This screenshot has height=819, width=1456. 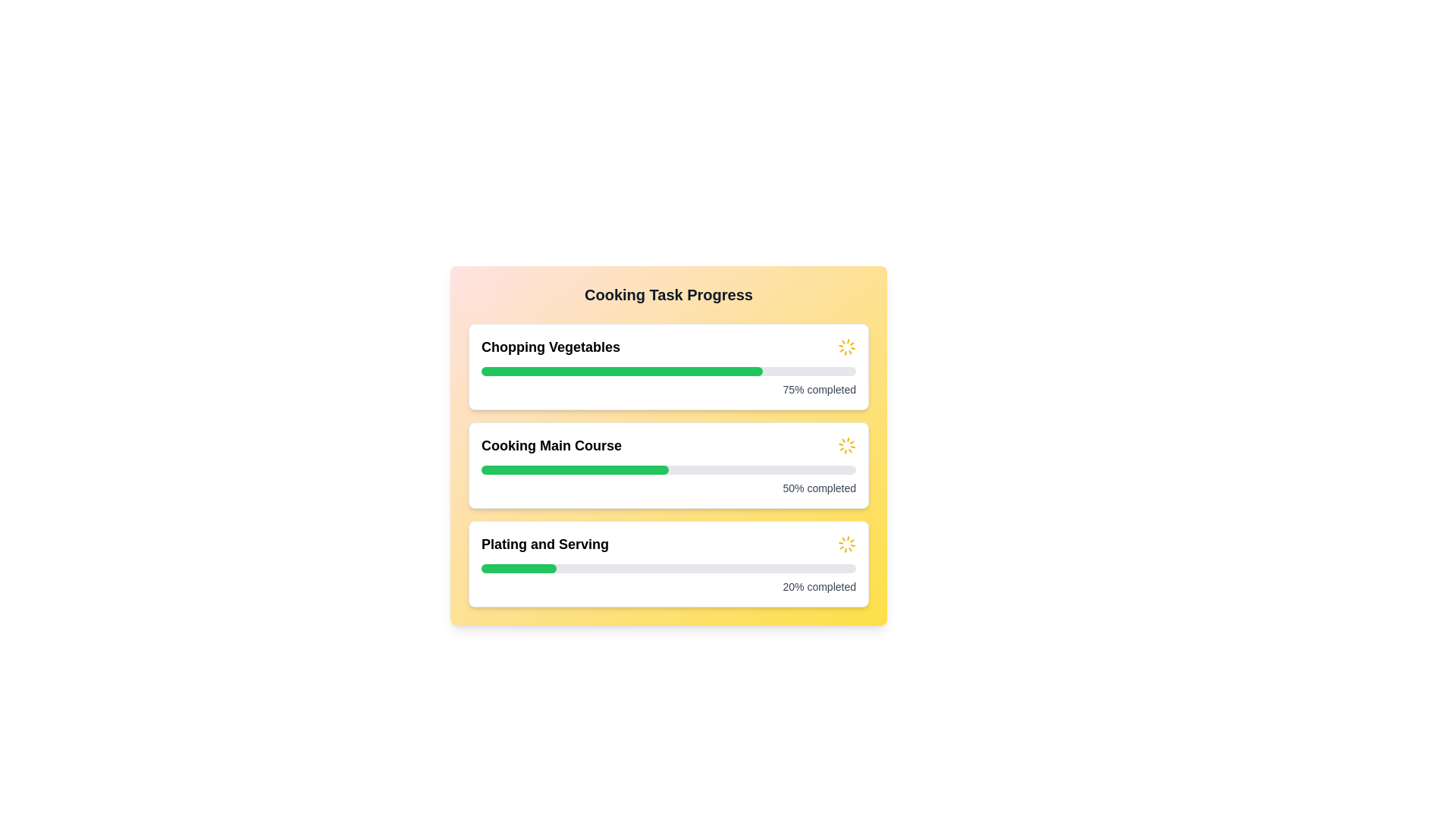 What do you see at coordinates (846, 347) in the screenshot?
I see `the animated loading icon located in the upper-right corner of the 'Chopping Vegetables' task section, which serves as a visual indicator of ongoing activity` at bounding box center [846, 347].